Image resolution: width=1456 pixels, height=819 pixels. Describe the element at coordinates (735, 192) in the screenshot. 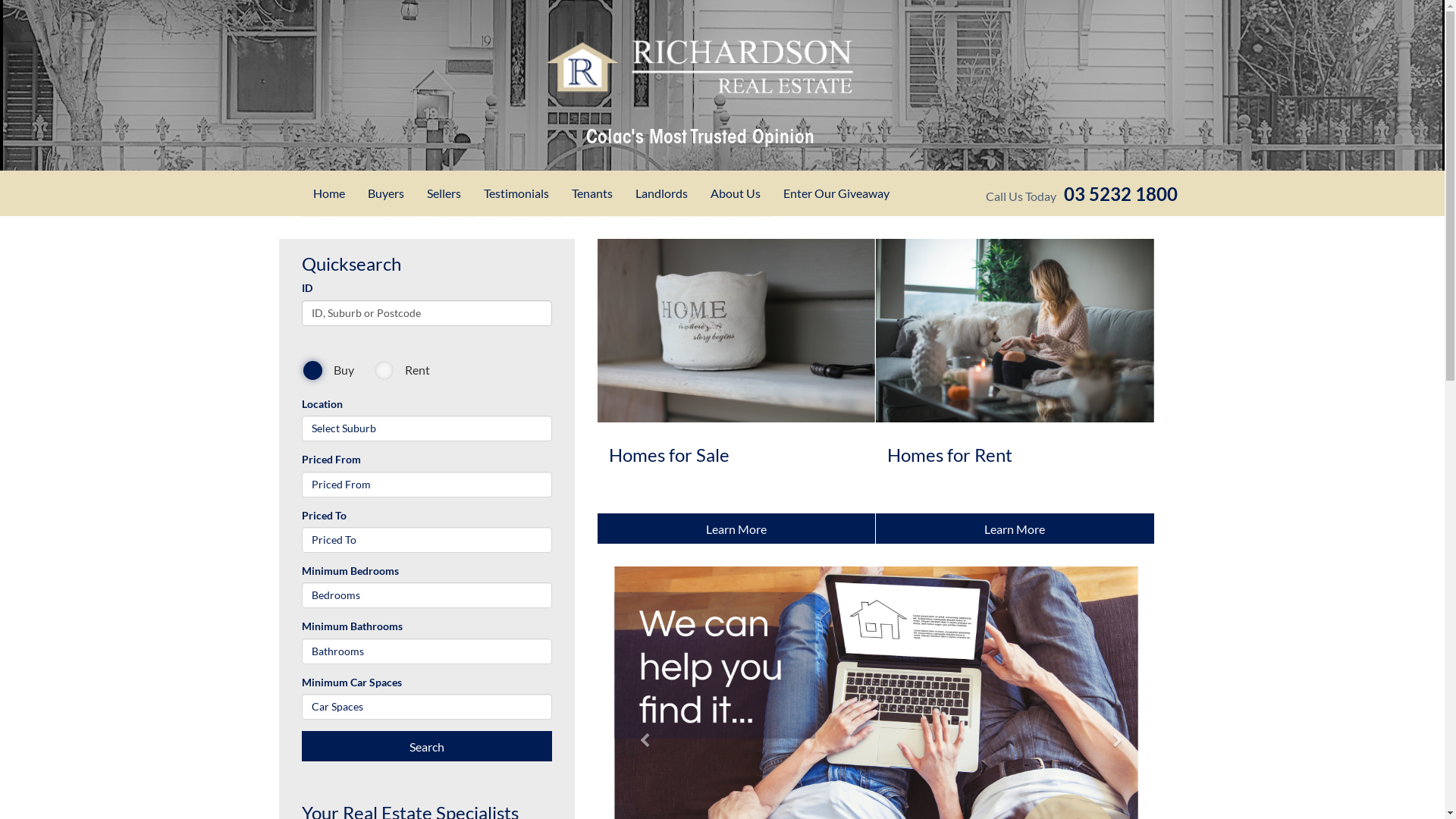

I see `'About Us'` at that location.